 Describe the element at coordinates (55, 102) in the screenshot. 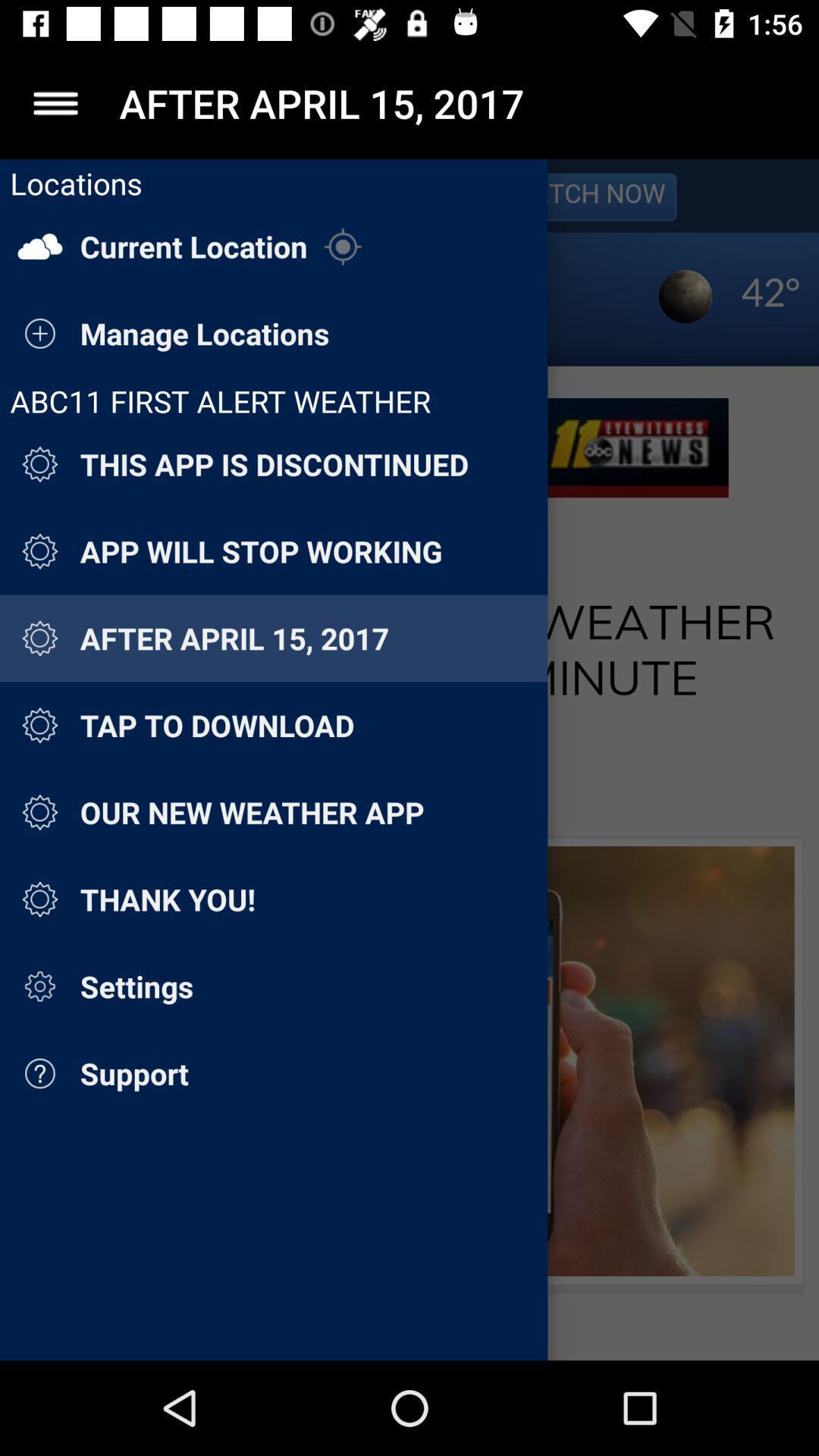

I see `app to the left of after april 15 item` at that location.